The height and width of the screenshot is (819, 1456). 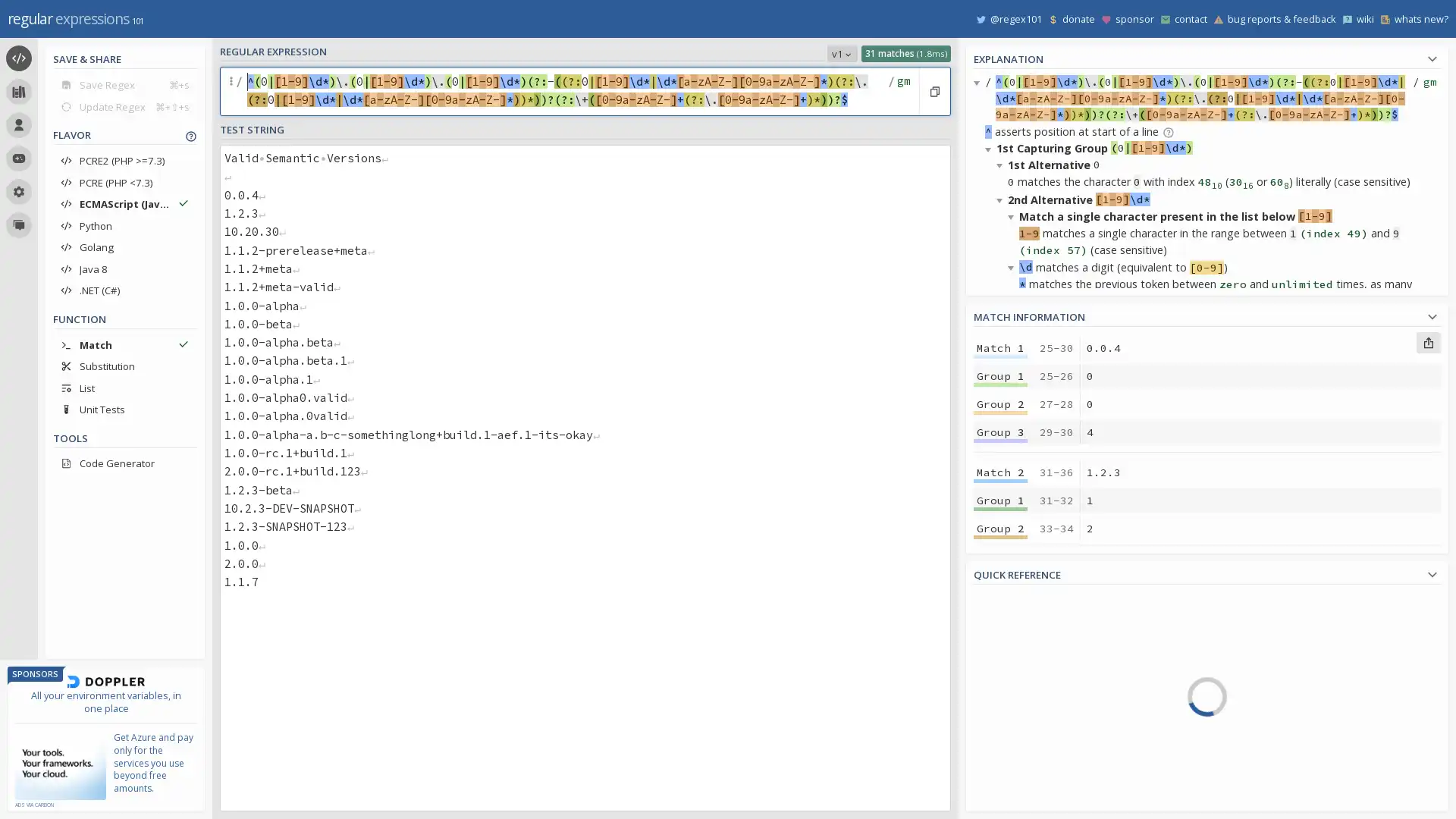 I want to click on Collapse Subtree, so click(x=979, y=82).